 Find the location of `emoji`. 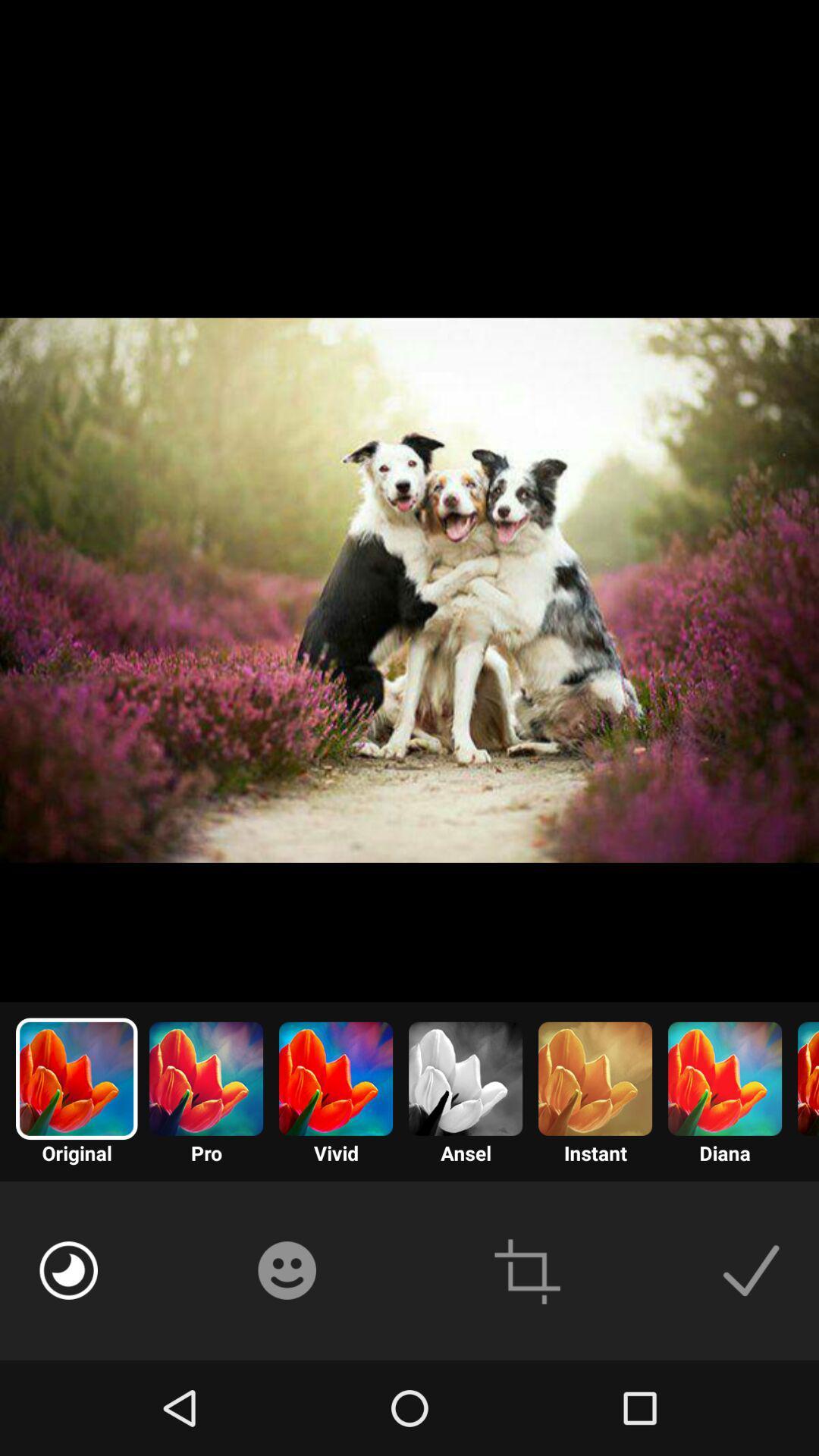

emoji is located at coordinates (287, 1270).